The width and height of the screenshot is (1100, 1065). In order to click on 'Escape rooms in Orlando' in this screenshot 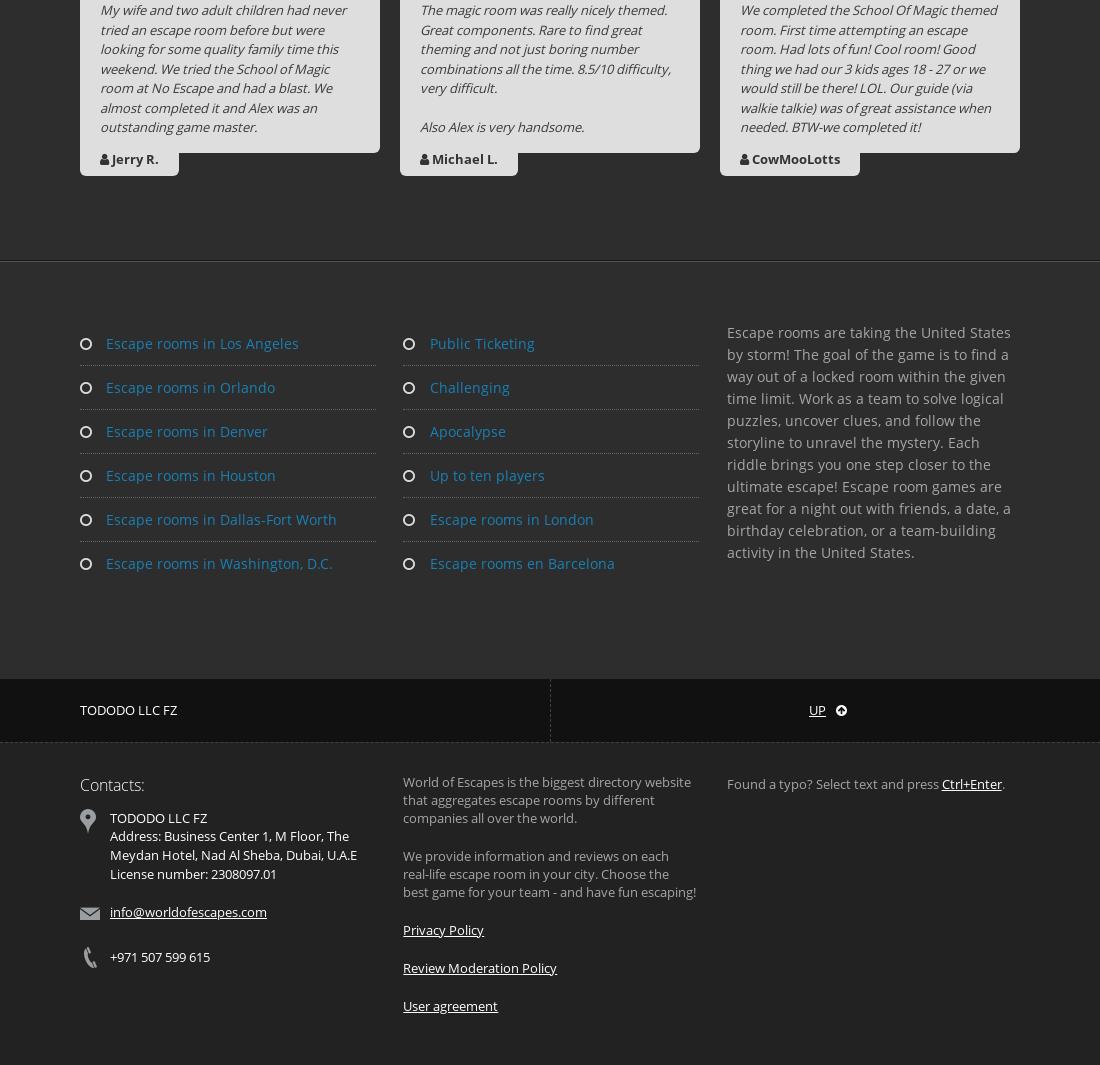, I will do `click(187, 385)`.